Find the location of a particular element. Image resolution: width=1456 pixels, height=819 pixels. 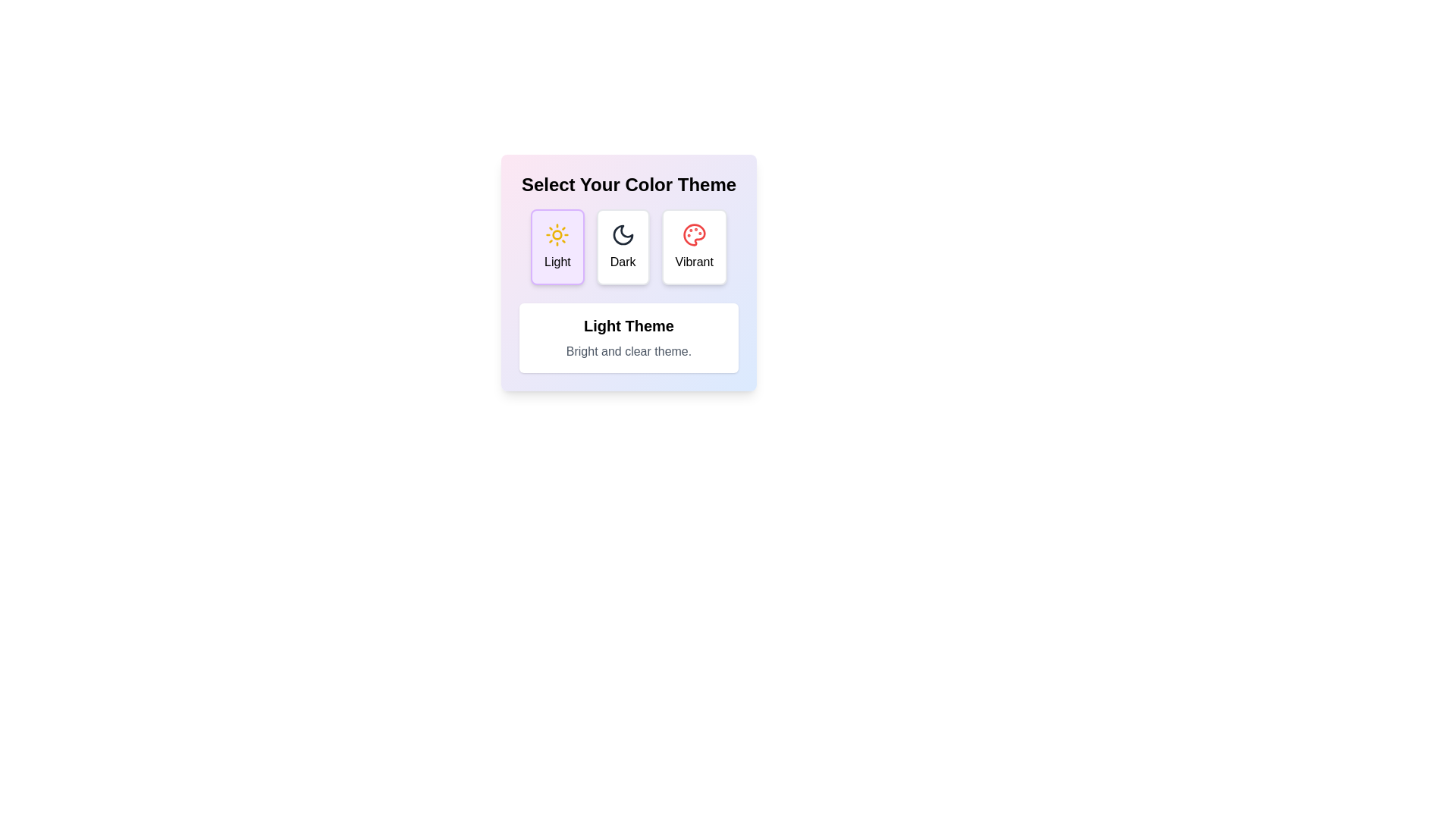

the 'Dark' button-like card element in the color-theme selection interface is located at coordinates (629, 271).